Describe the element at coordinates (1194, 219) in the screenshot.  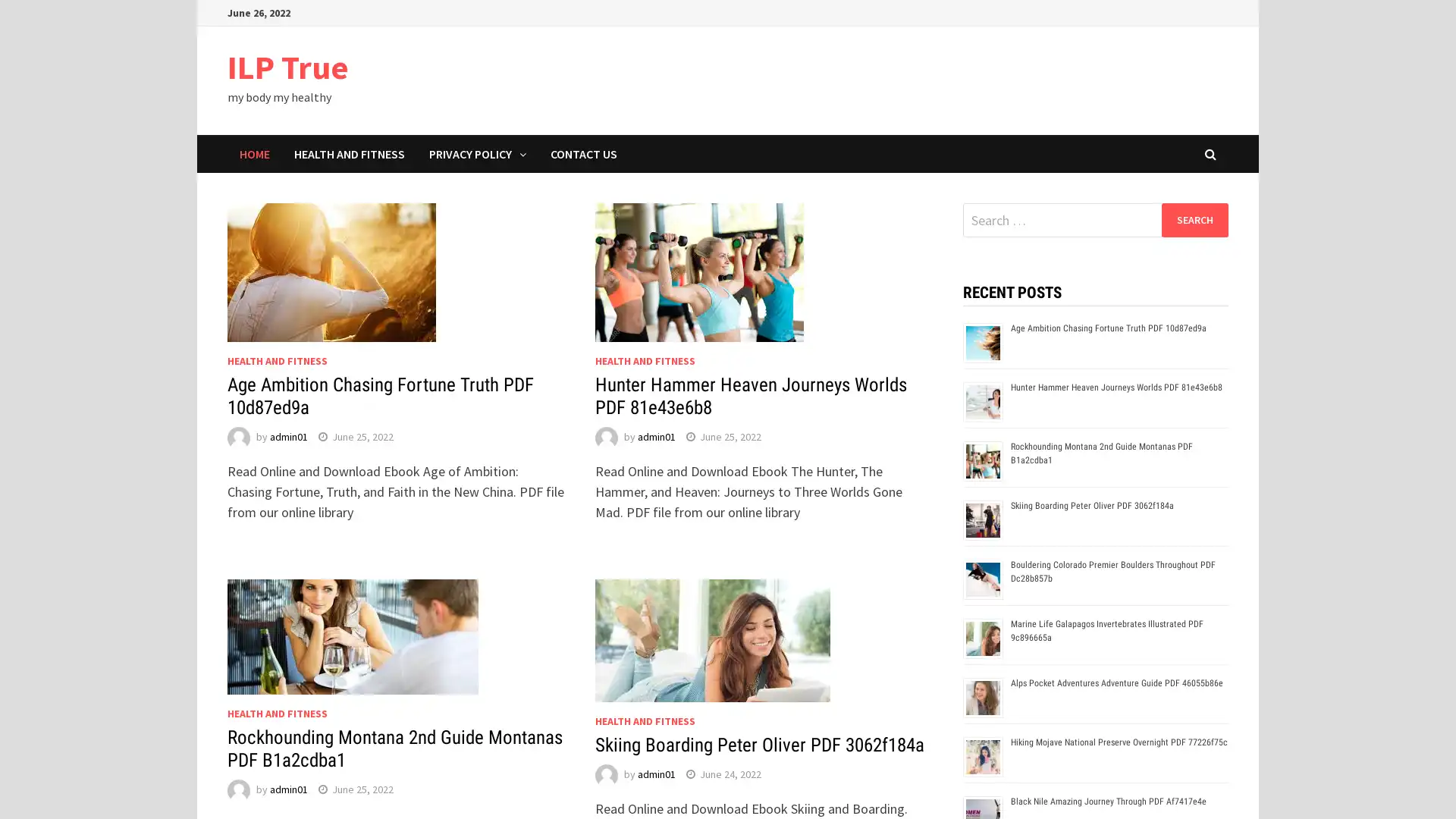
I see `Search` at that location.